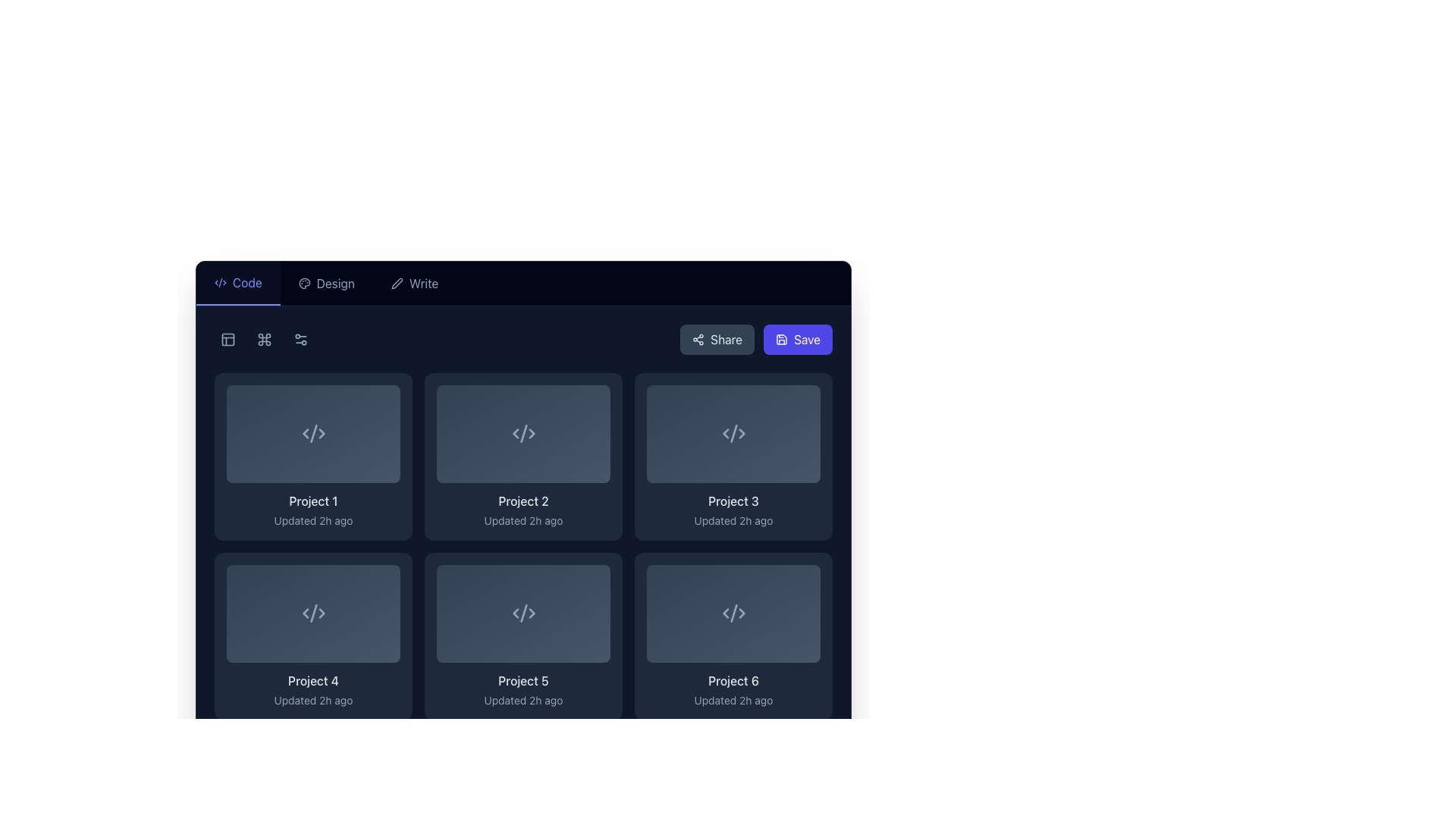 The image size is (1456, 819). I want to click on left-pointing angular icon resembling a chevron in the SVG for 'Project 6' located in the second row, third column of the grid layout, so click(724, 613).